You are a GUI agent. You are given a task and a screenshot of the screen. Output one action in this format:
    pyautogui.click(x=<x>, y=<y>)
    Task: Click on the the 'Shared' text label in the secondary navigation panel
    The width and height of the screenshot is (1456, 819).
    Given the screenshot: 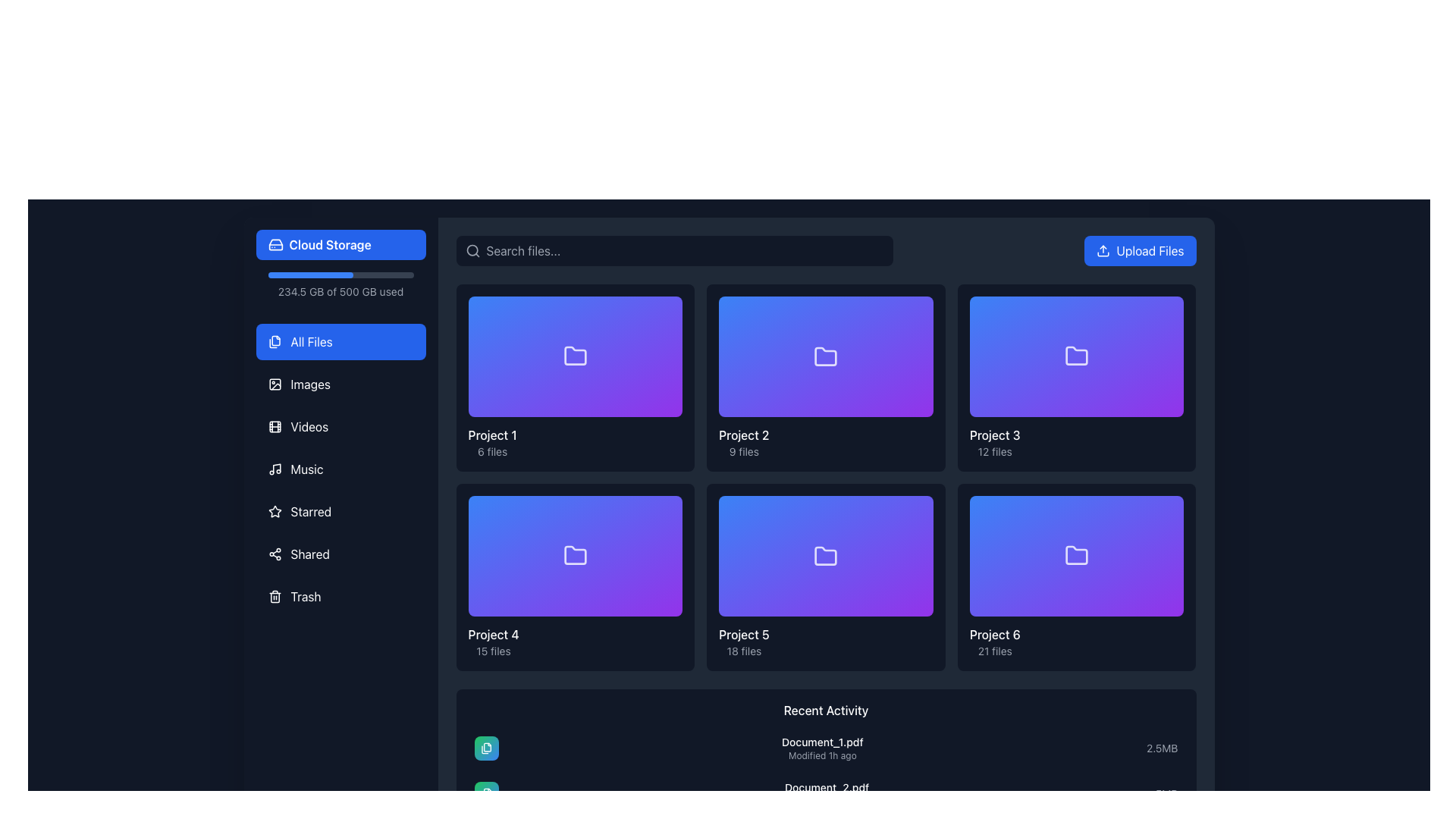 What is the action you would take?
    pyautogui.click(x=309, y=554)
    